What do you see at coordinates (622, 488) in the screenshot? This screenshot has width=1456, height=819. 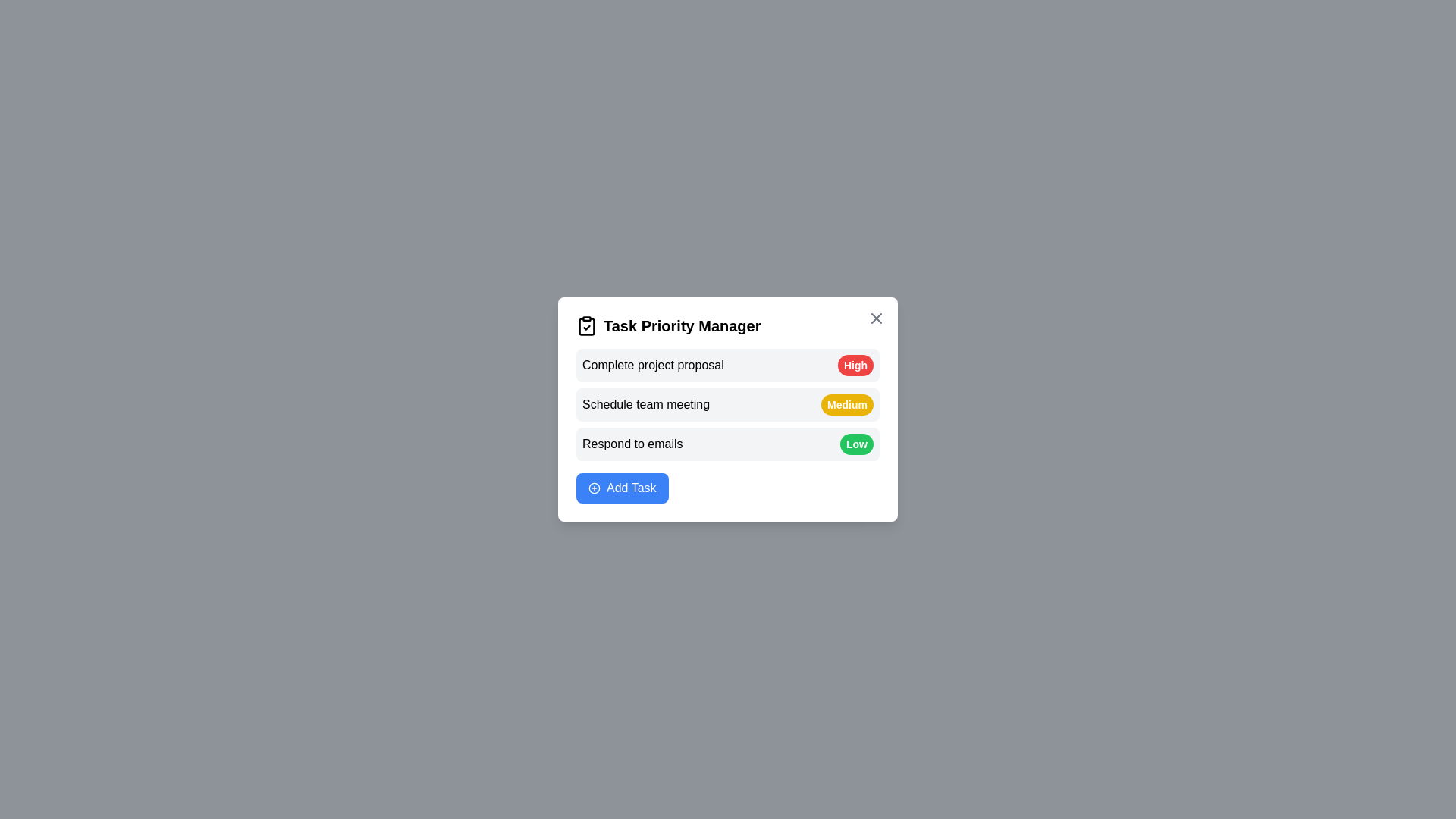 I see `the 'Add Task' button to add a new task` at bounding box center [622, 488].